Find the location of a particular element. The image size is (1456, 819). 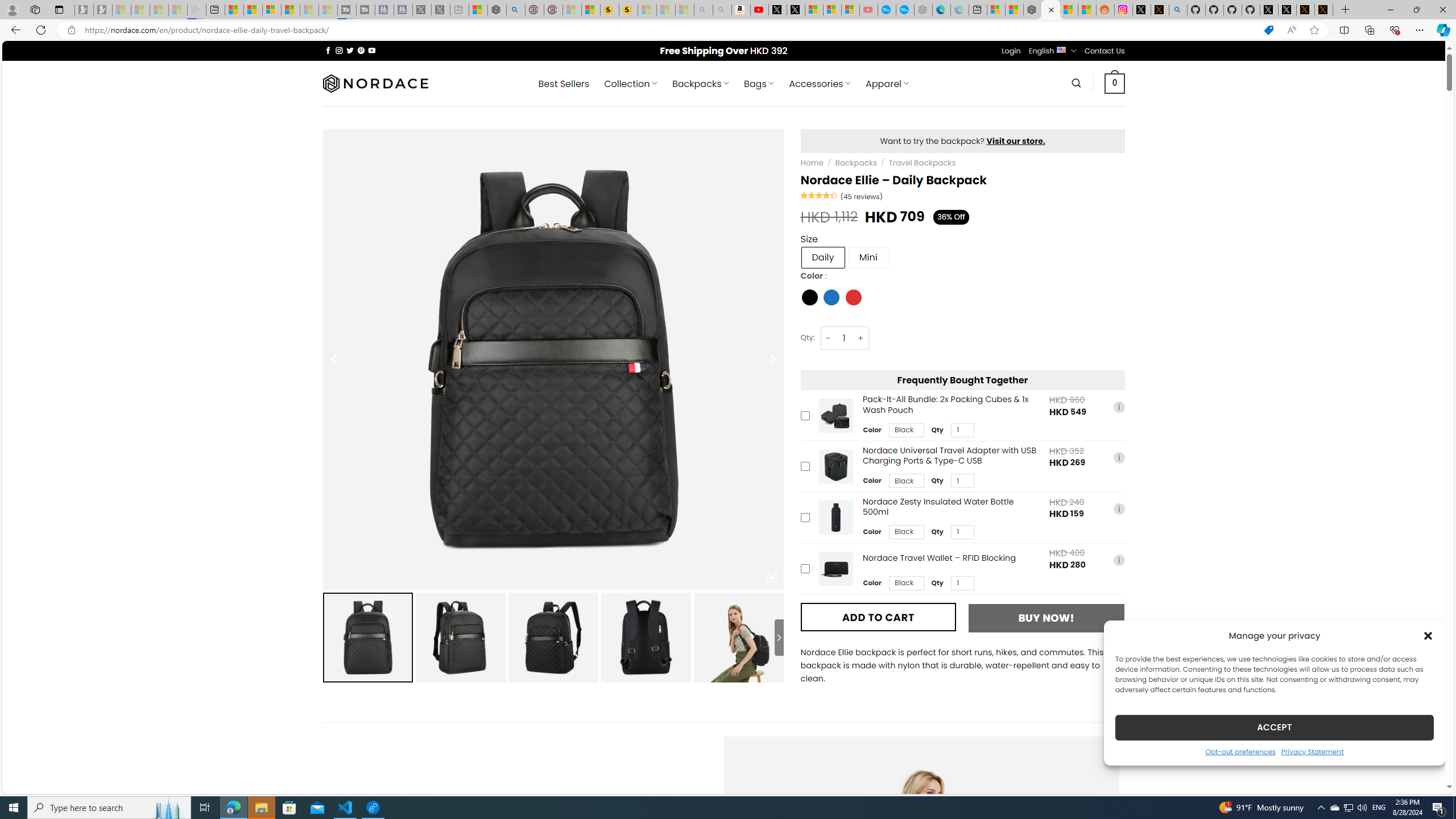

'Home' is located at coordinates (812, 163).